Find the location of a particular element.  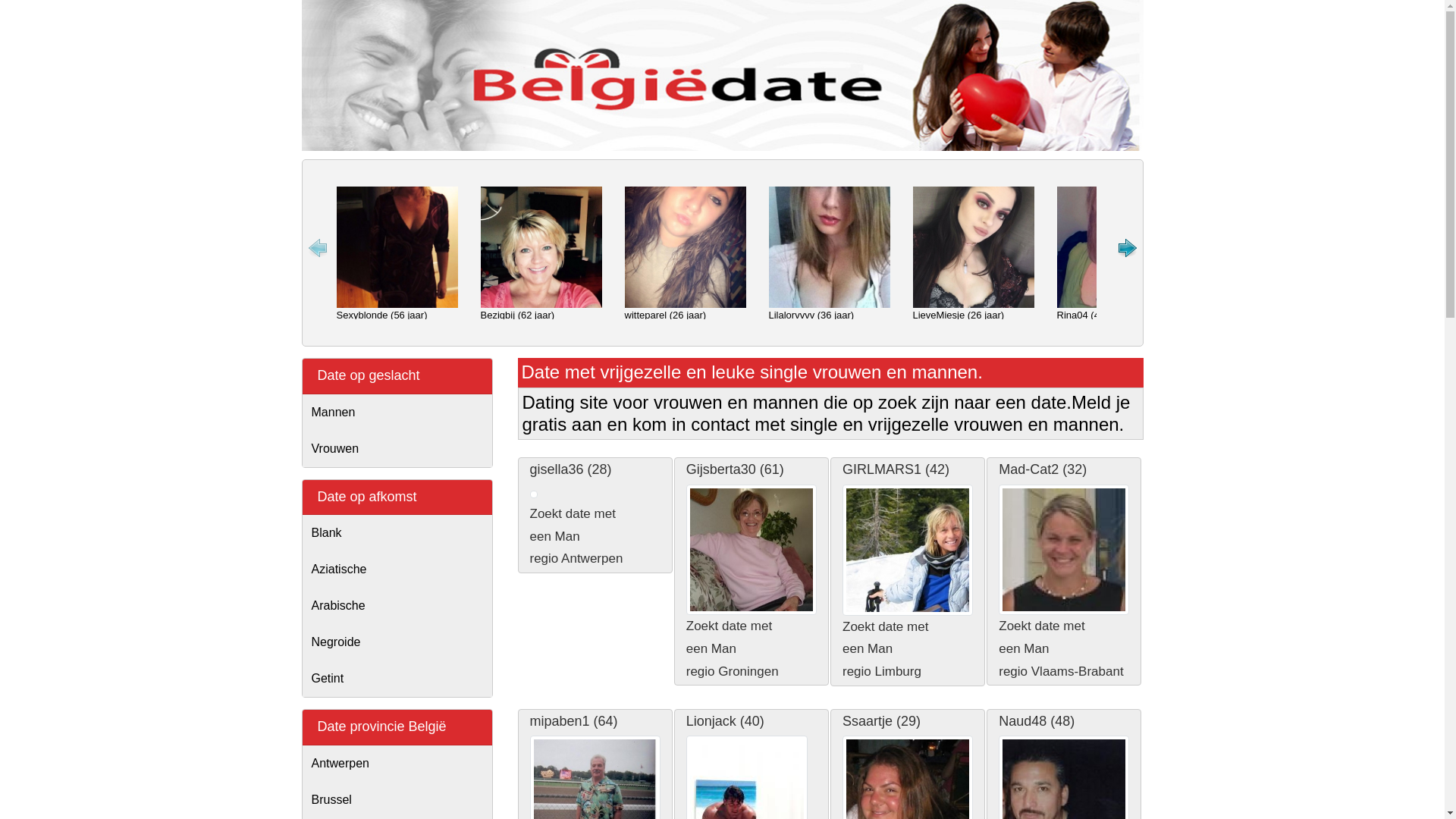

'Brussel' is located at coordinates (397, 799).